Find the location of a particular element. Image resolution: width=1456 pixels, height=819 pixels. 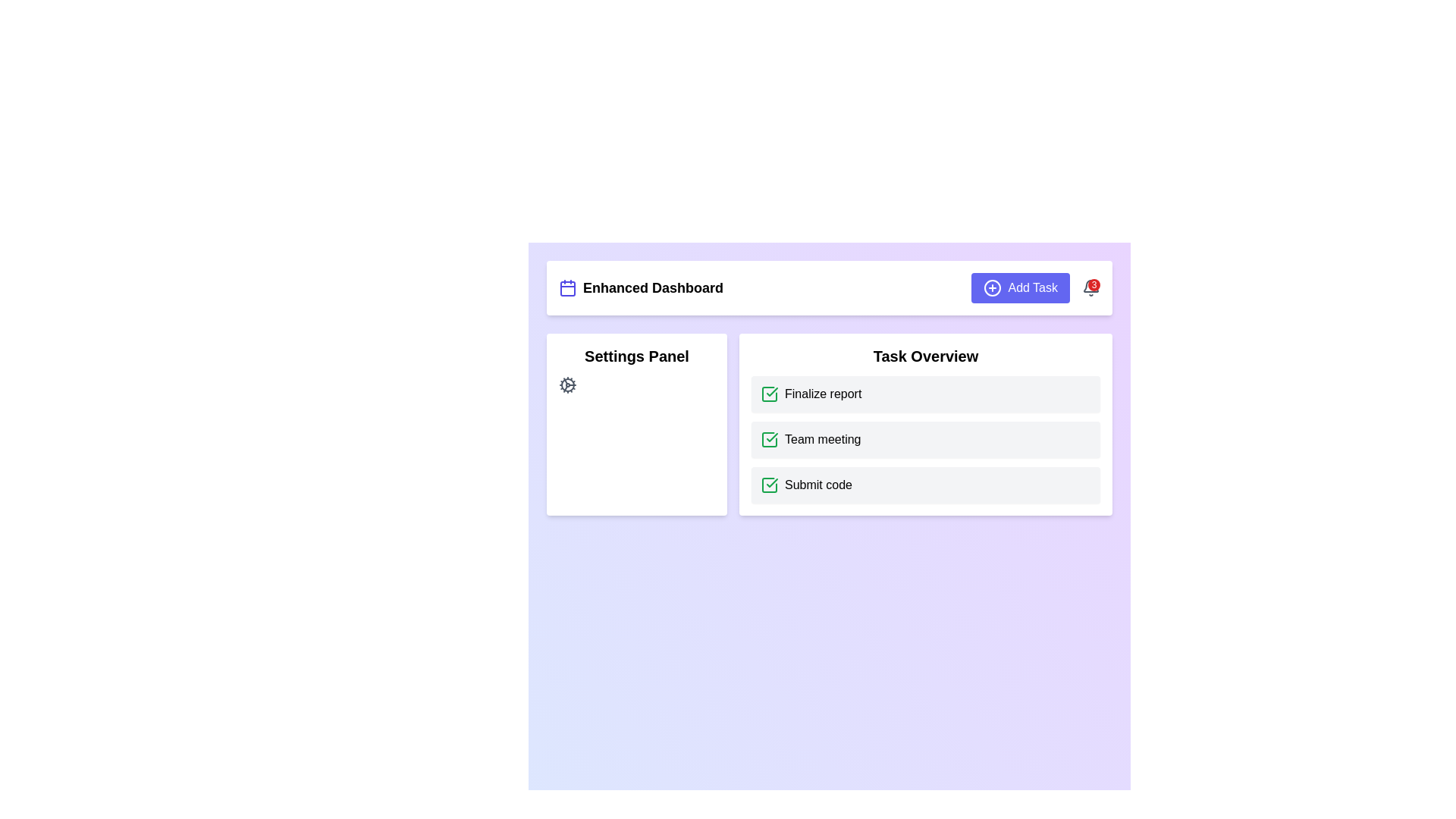

the button located in the top-right area of the header is located at coordinates (1035, 288).